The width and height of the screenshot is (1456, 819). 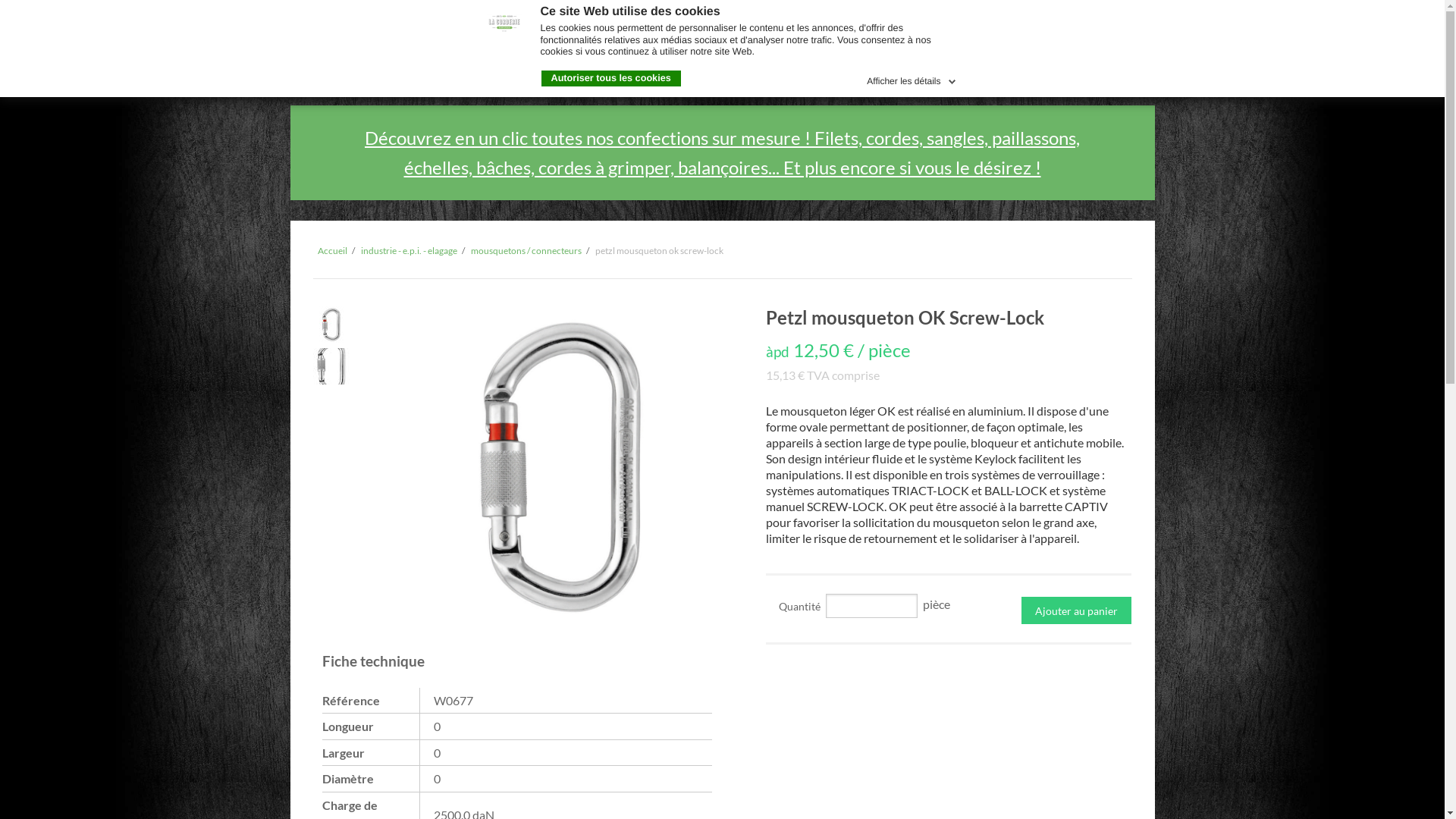 What do you see at coordinates (1101, 74) in the screenshot?
I see `'Connexion'` at bounding box center [1101, 74].